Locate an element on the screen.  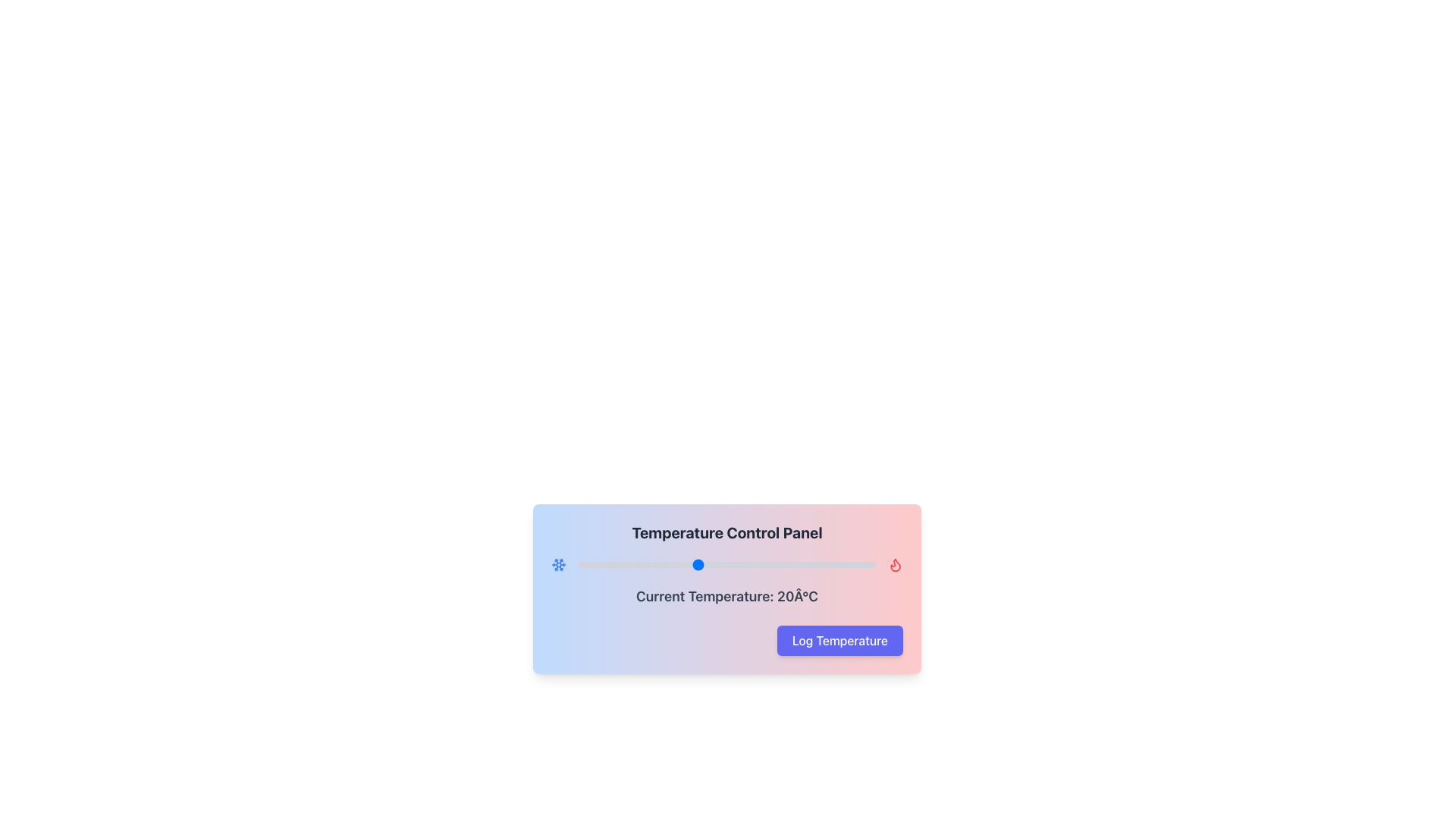
the heat icon, which represents a flame symbol indicating heat mode in a temperature control interface, to observe the tooltip or effect is located at coordinates (895, 564).